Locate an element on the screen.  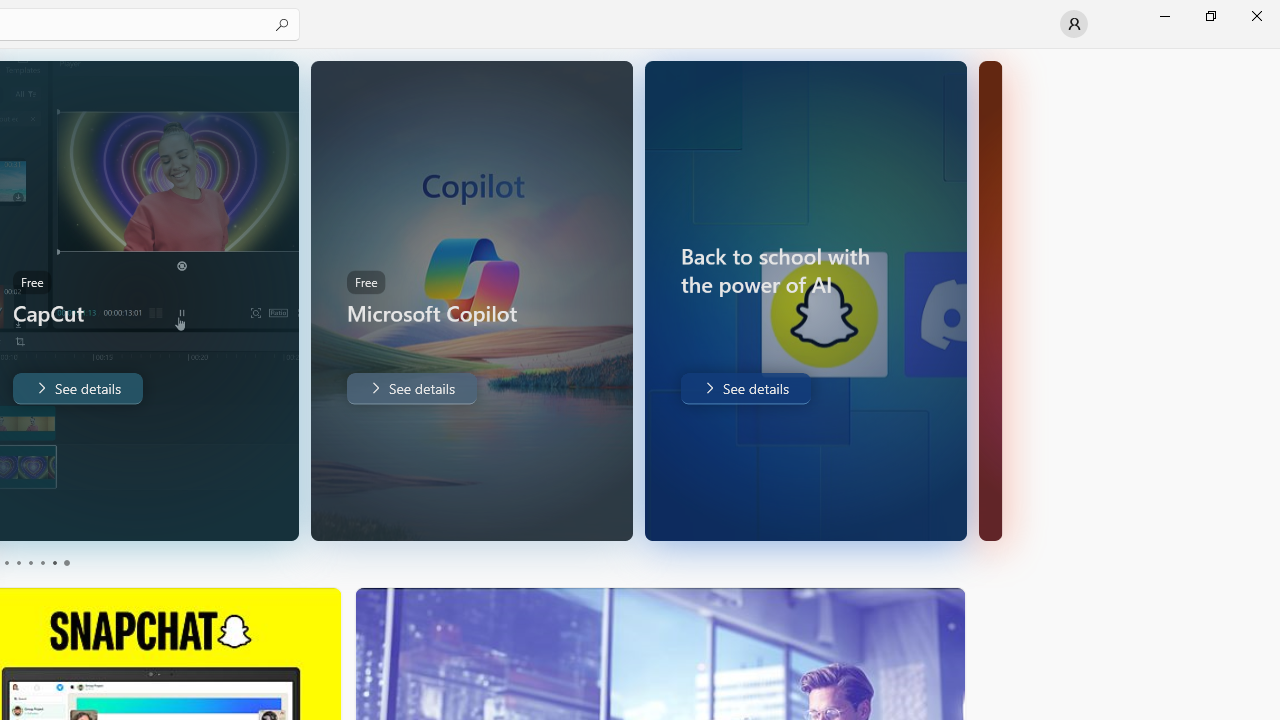
'Page 6' is located at coordinates (65, 563).